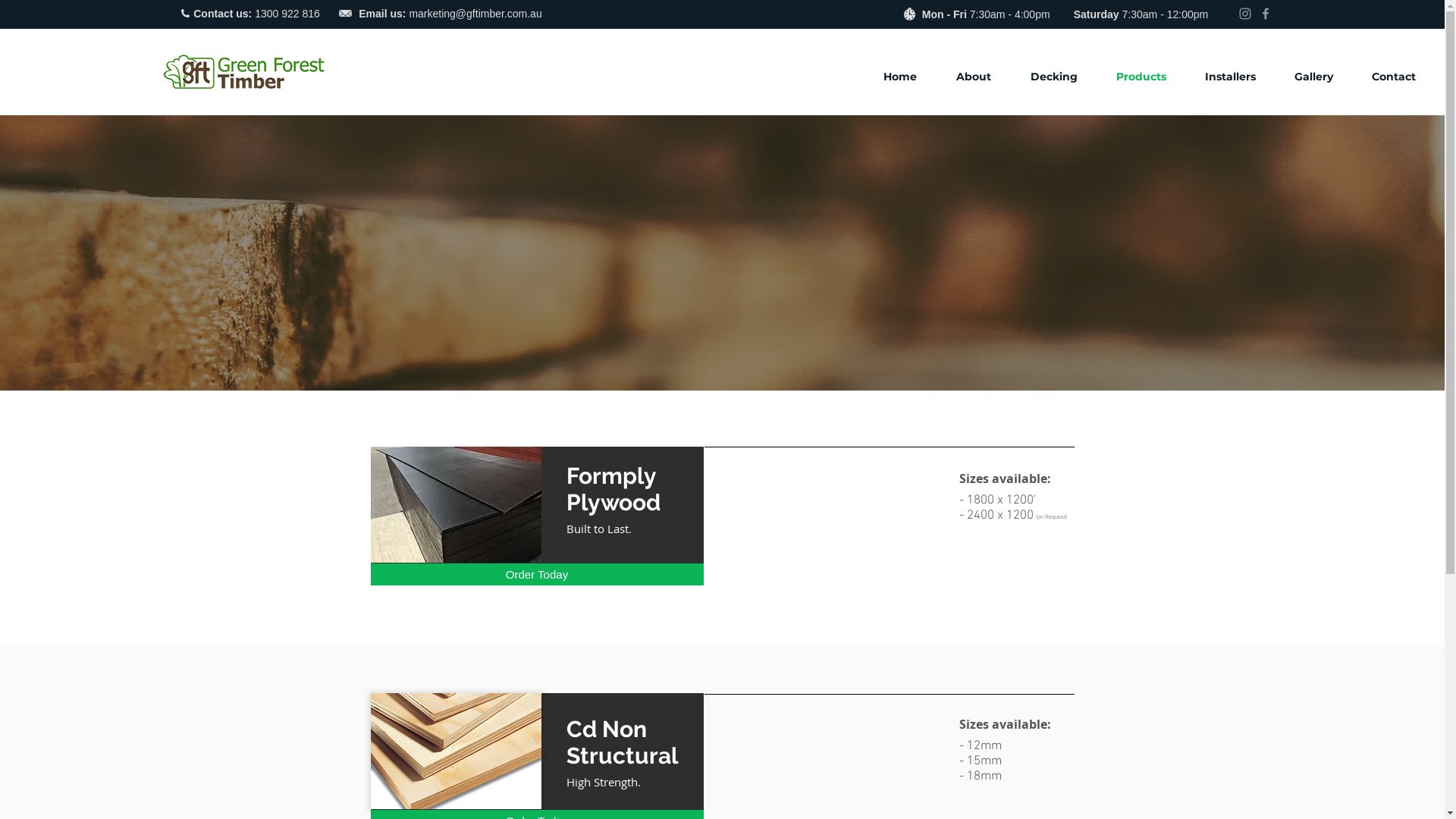 The height and width of the screenshot is (819, 1456). I want to click on 'Gallery', so click(1282, 76).